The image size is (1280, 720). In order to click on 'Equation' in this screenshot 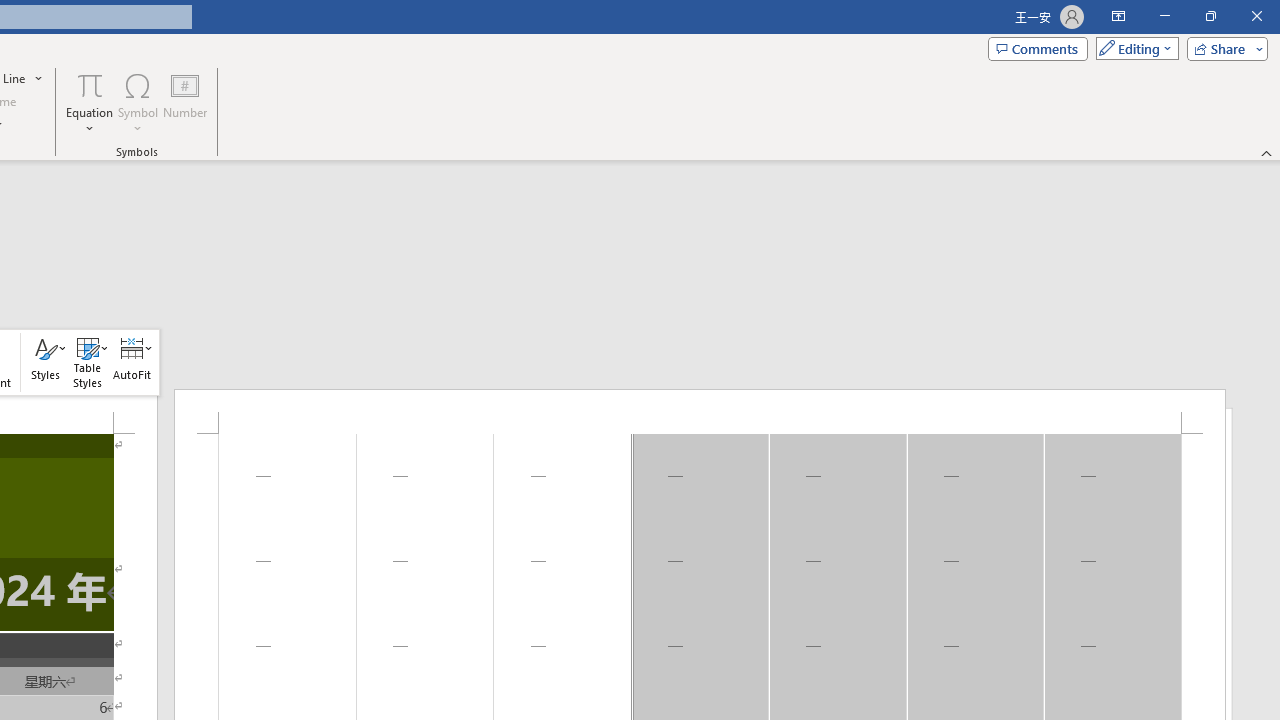, I will do `click(89, 103)`.